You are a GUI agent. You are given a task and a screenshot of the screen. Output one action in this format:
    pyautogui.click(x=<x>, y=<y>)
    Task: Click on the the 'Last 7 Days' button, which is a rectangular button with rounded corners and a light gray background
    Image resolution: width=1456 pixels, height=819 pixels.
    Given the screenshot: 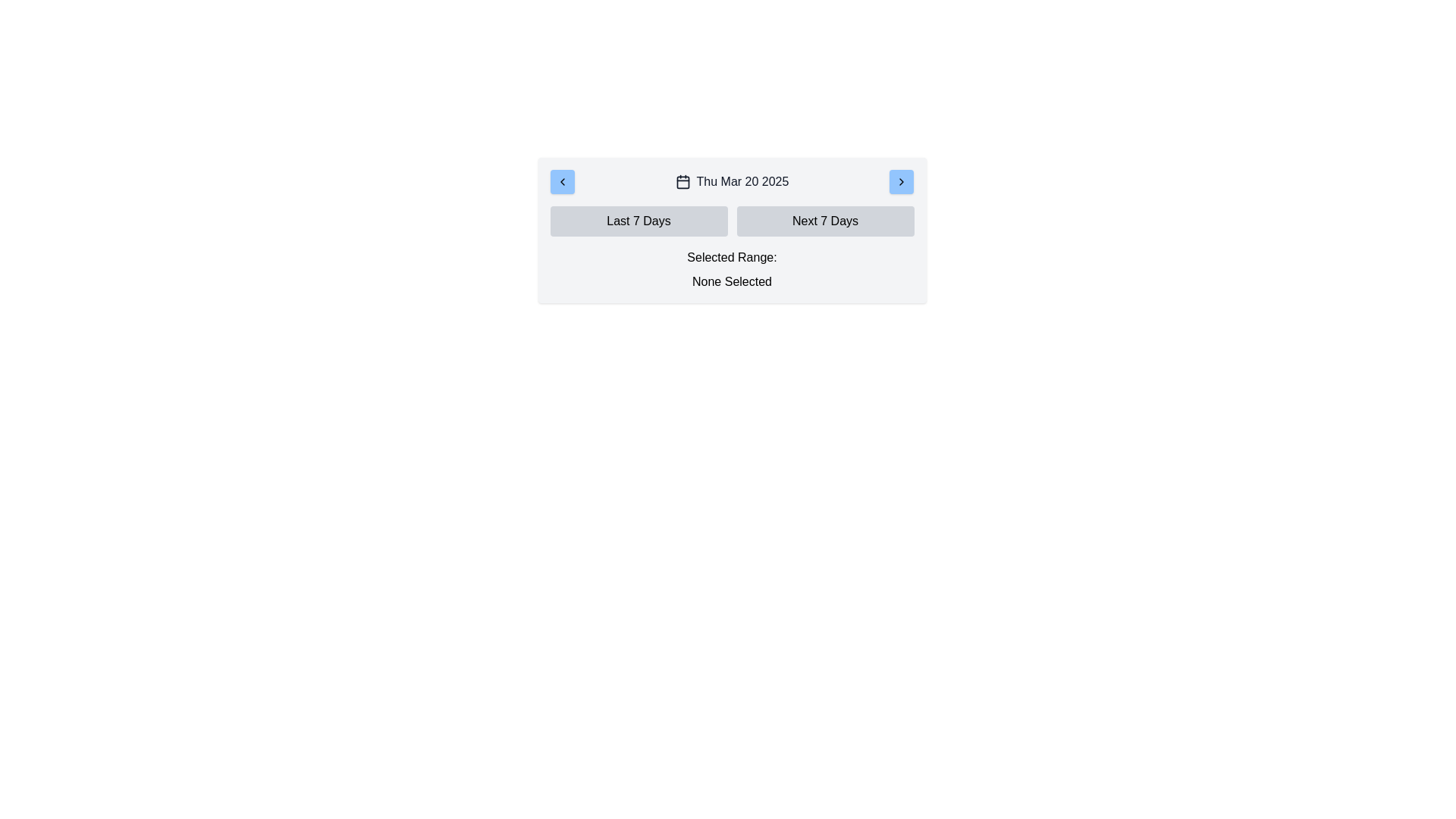 What is the action you would take?
    pyautogui.click(x=639, y=221)
    